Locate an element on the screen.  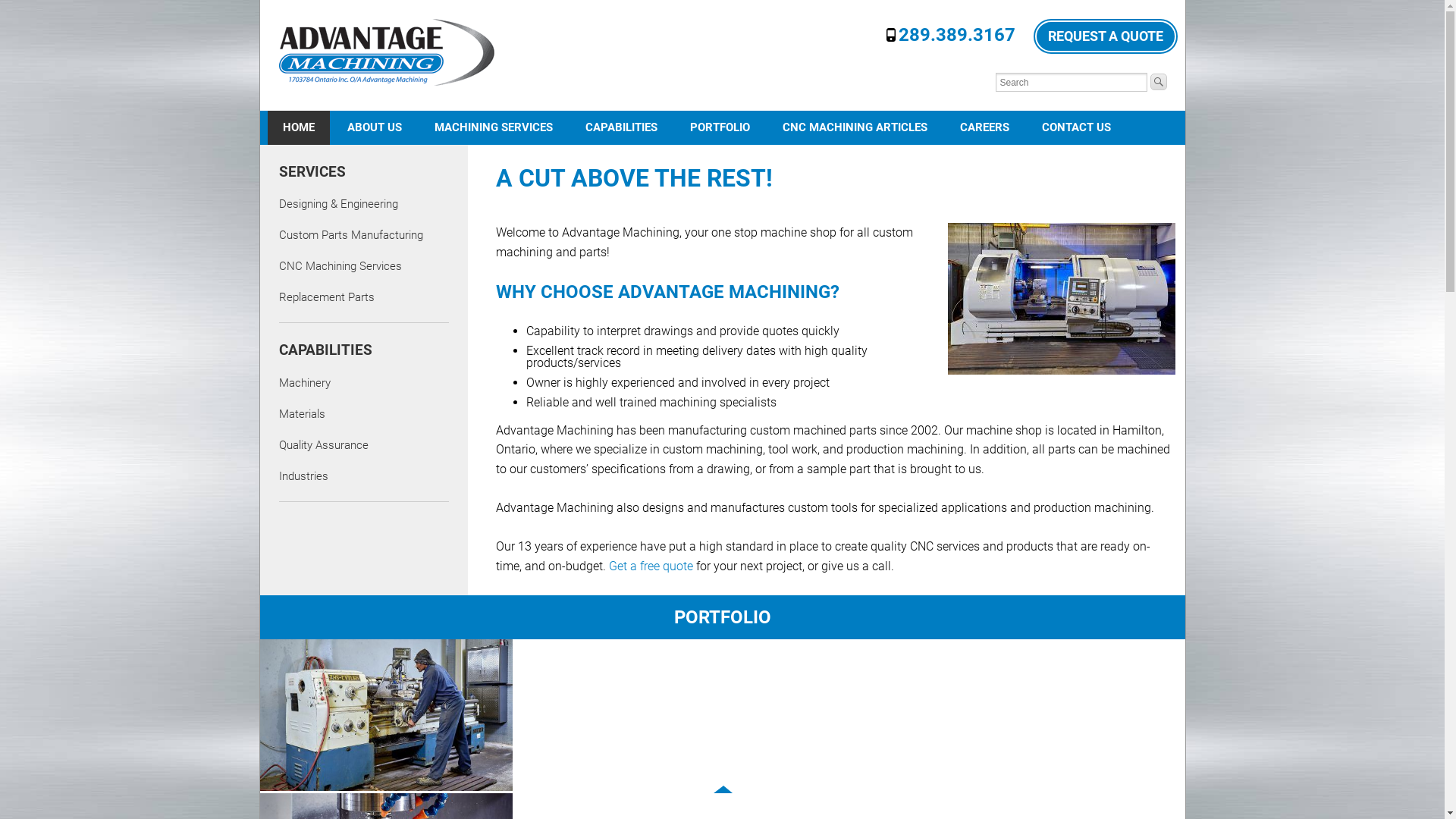
'CONTACT US' is located at coordinates (1075, 127).